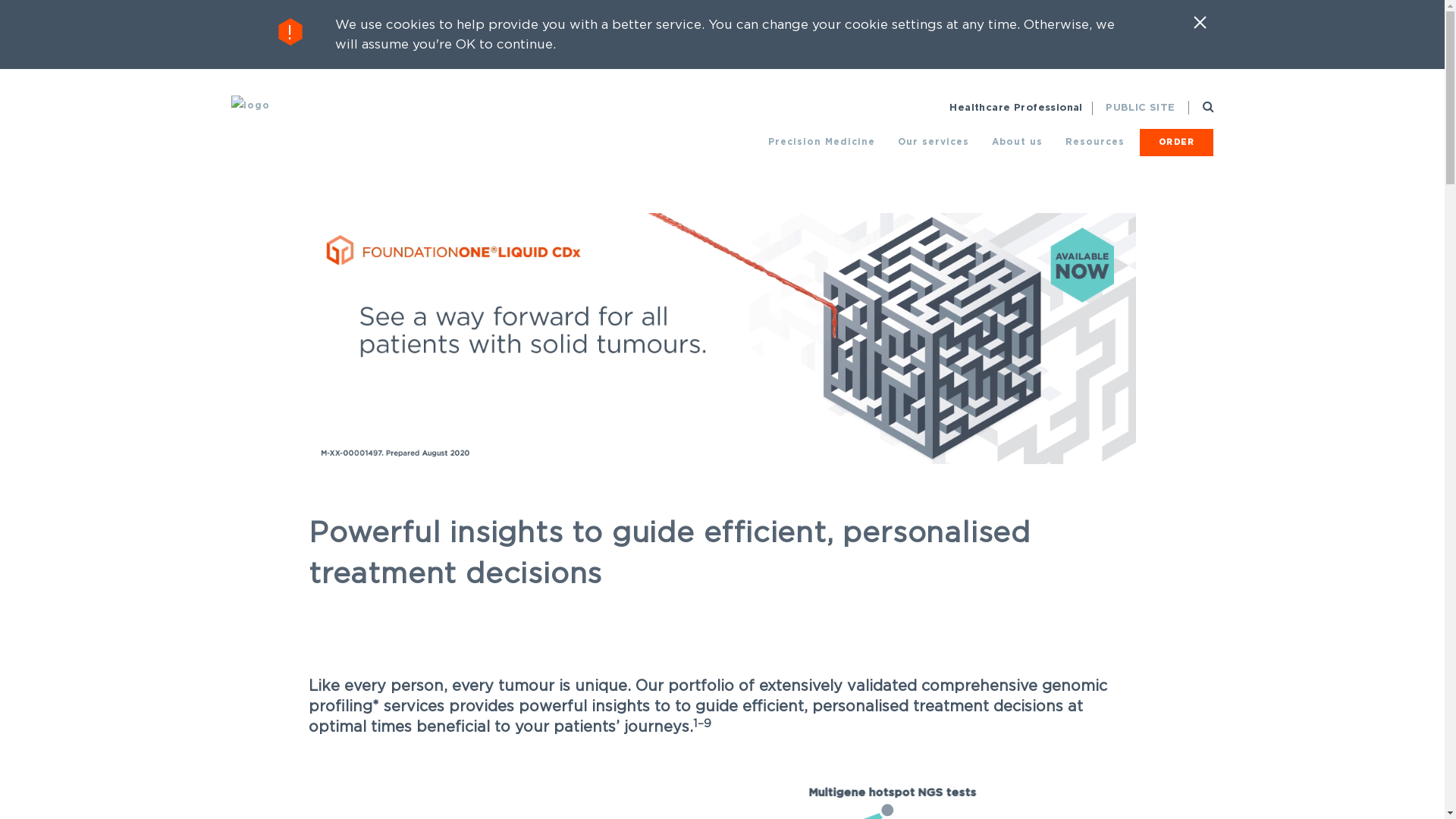 Image resolution: width=1456 pixels, height=819 pixels. What do you see at coordinates (1140, 107) in the screenshot?
I see `'PUBLIC SITE'` at bounding box center [1140, 107].